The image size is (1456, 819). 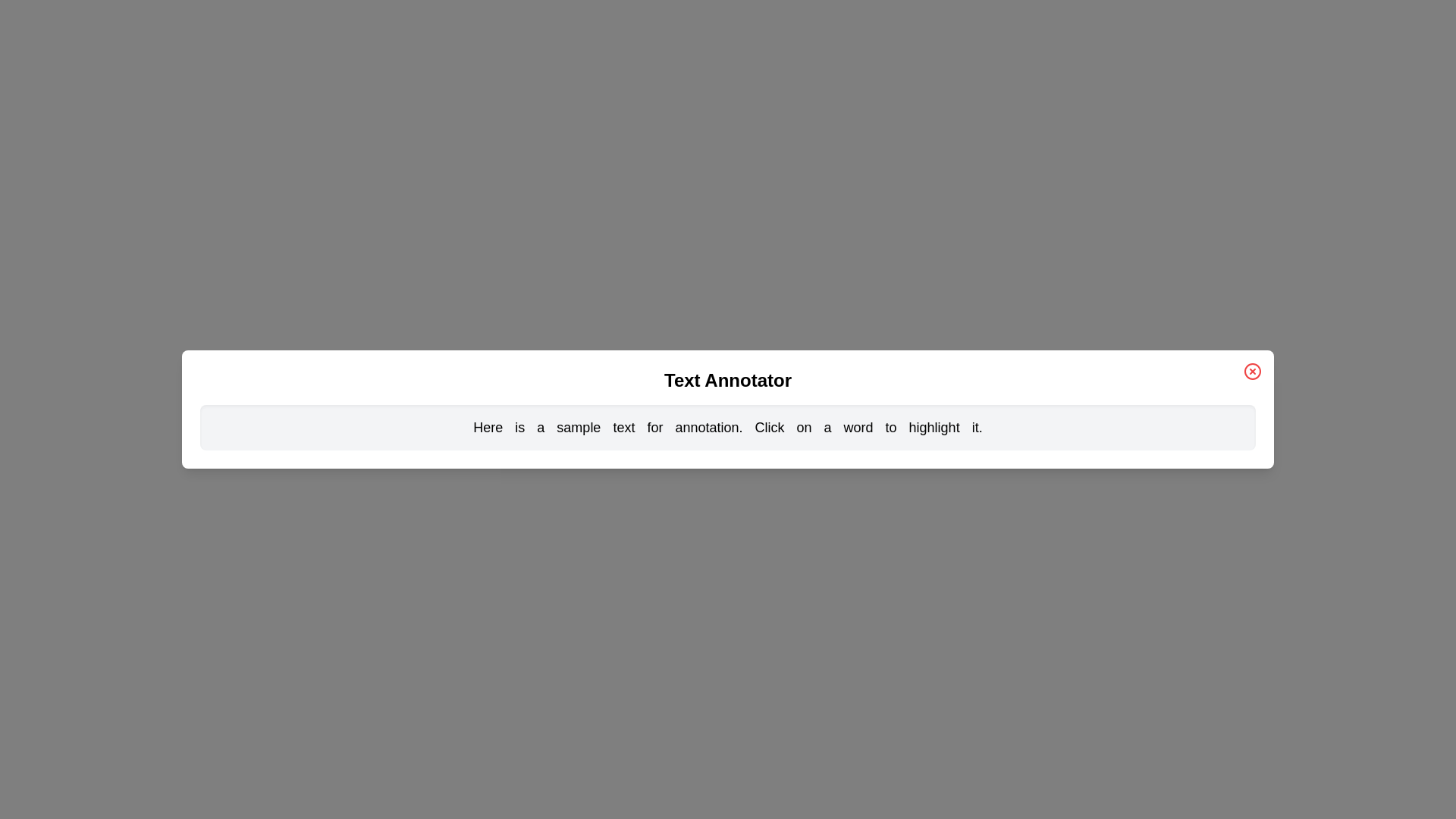 I want to click on the word 'annotation.' to toggle its highlighting, so click(x=708, y=427).